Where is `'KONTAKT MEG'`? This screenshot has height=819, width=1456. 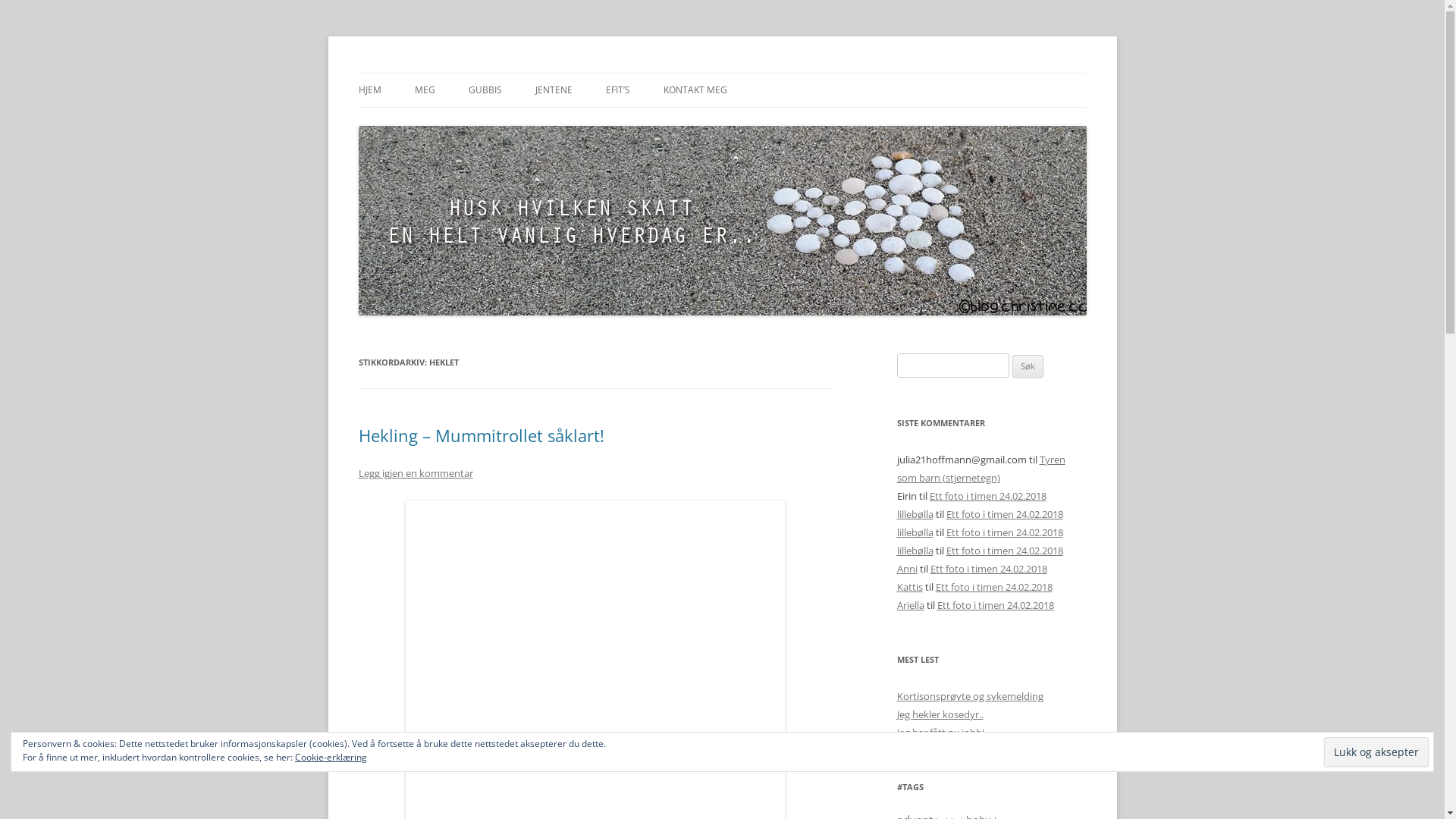
'KONTAKT MEG' is located at coordinates (662, 90).